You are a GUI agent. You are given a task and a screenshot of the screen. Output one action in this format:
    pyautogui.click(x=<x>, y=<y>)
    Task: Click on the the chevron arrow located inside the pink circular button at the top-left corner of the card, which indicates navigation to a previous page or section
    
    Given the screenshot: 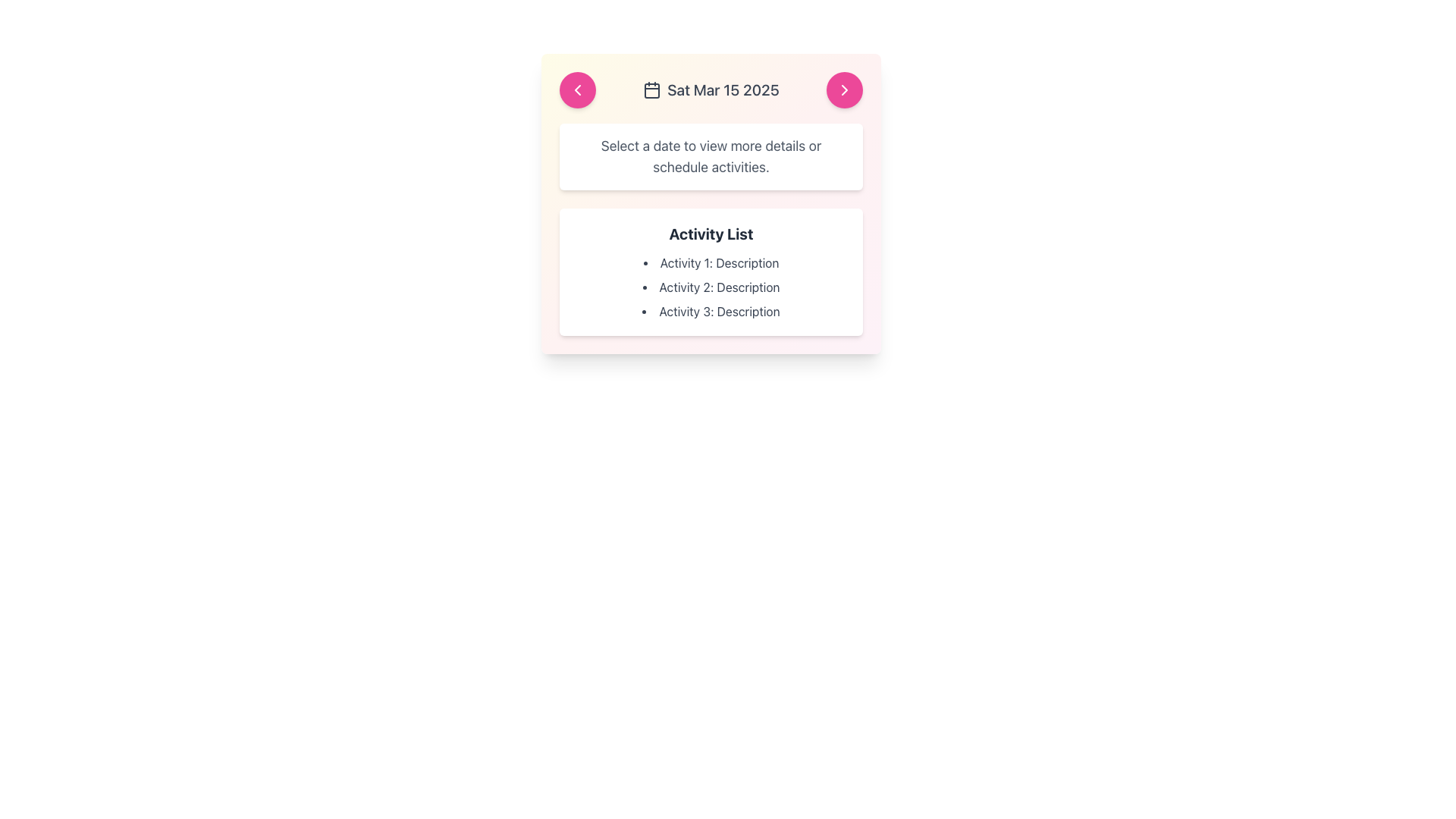 What is the action you would take?
    pyautogui.click(x=577, y=90)
    